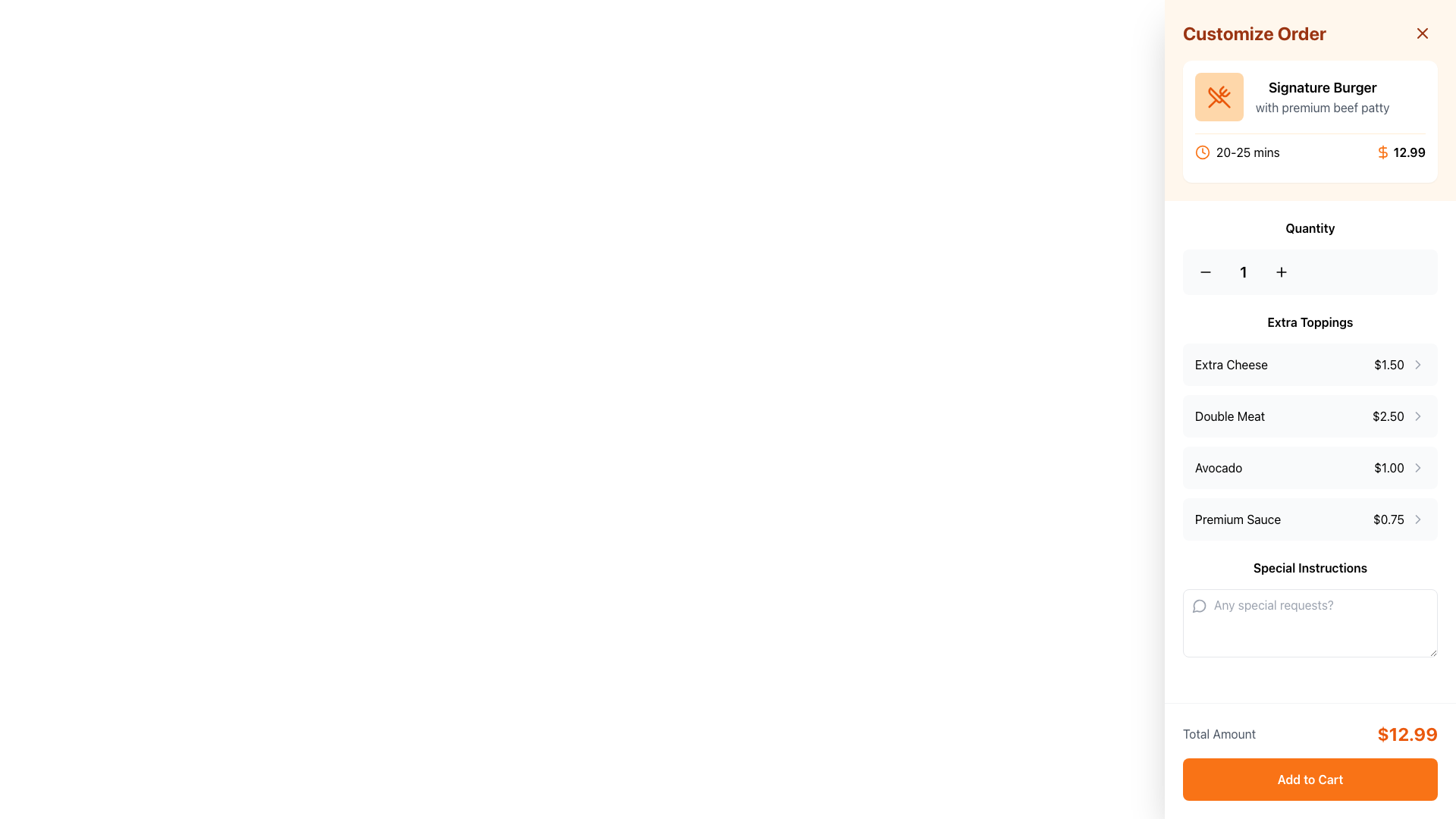  What do you see at coordinates (1230, 416) in the screenshot?
I see `the 'Double Meat' text label, which indicates an additional topping option available for selection, located in the 'Extra Toppings' list on the right sidebar of the interface` at bounding box center [1230, 416].